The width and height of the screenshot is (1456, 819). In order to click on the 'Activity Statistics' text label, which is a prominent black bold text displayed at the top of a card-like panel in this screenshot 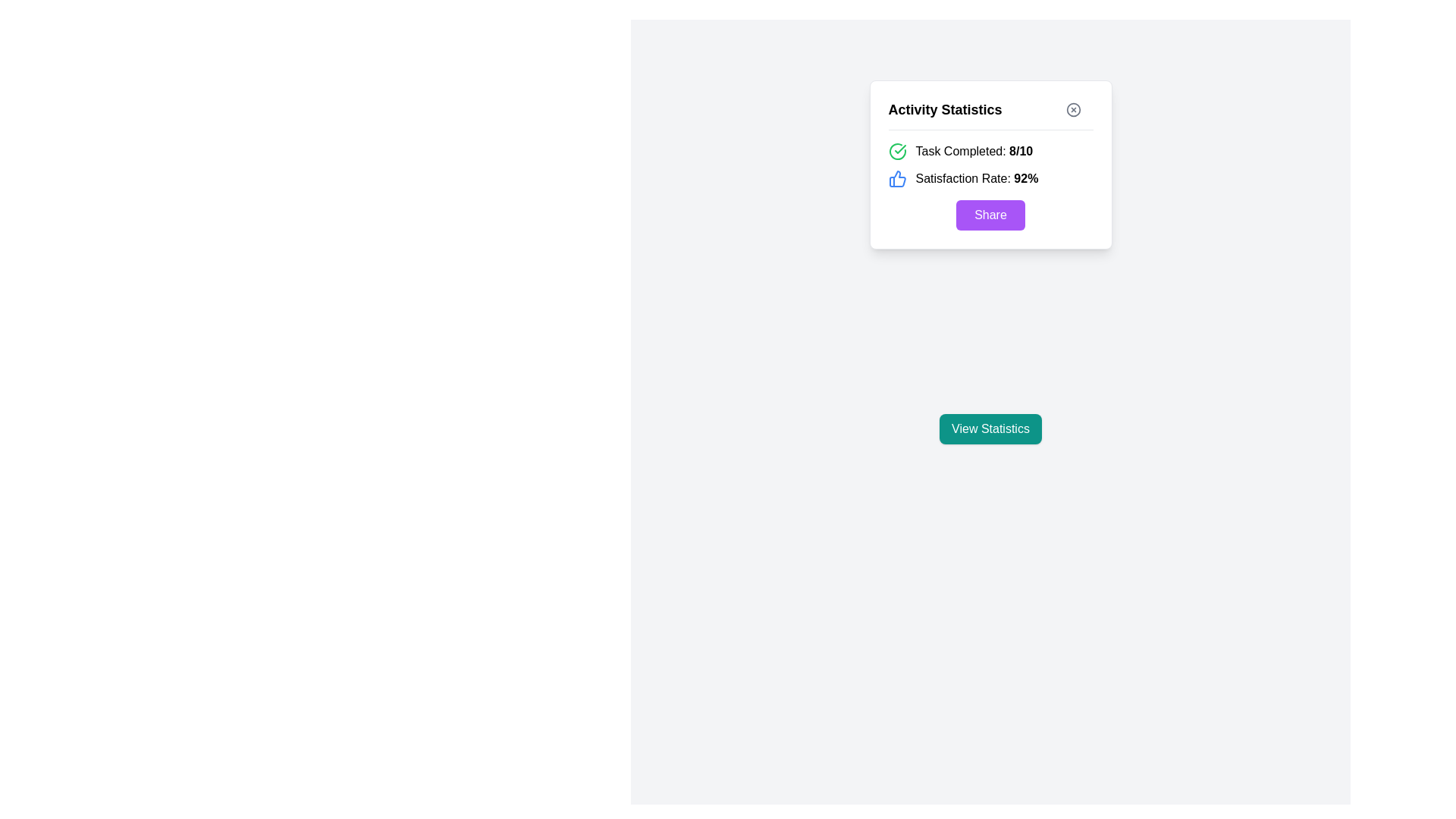, I will do `click(944, 109)`.